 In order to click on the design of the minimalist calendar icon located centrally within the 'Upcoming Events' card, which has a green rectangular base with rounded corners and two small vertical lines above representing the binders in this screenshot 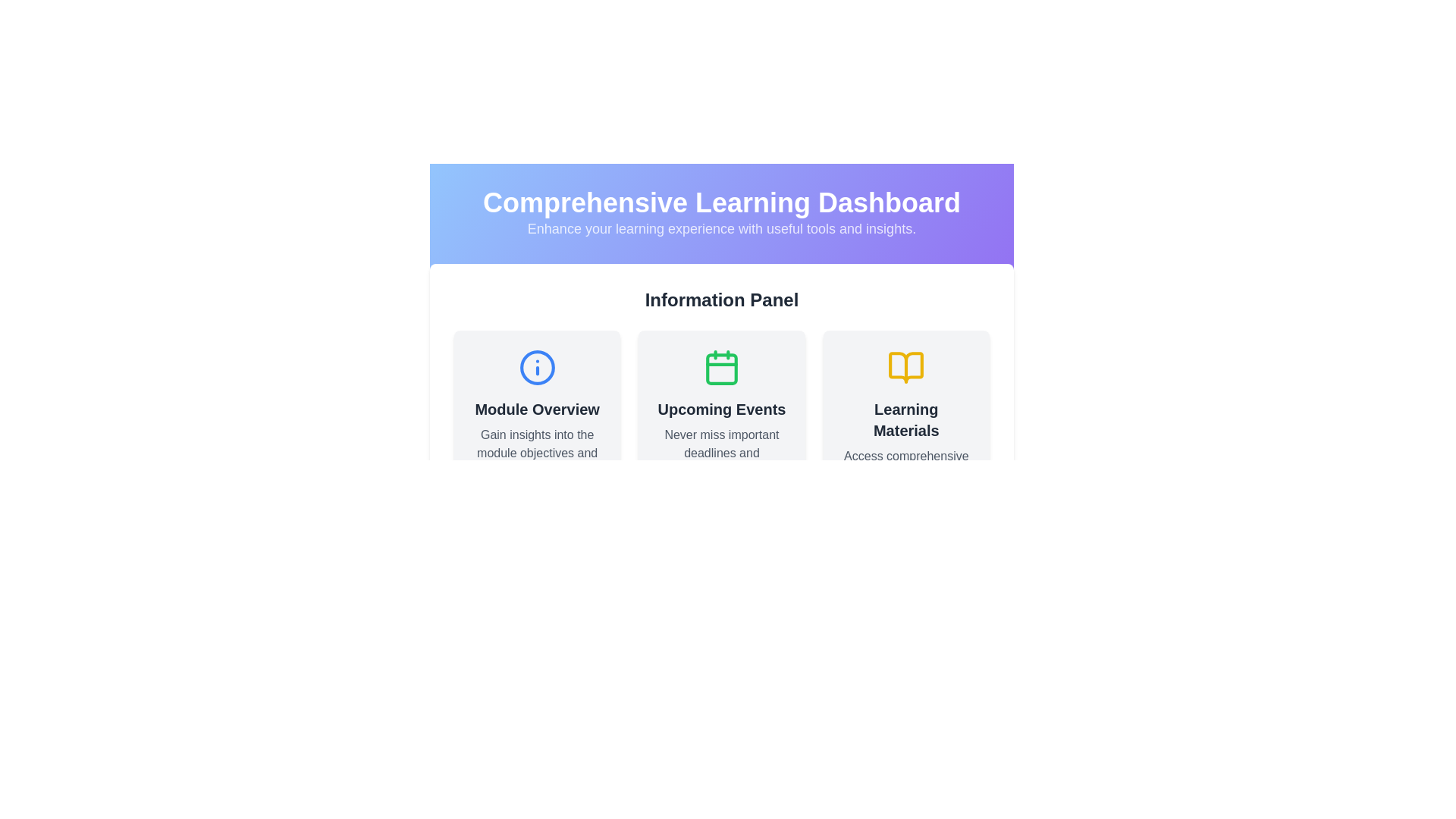, I will do `click(720, 368)`.